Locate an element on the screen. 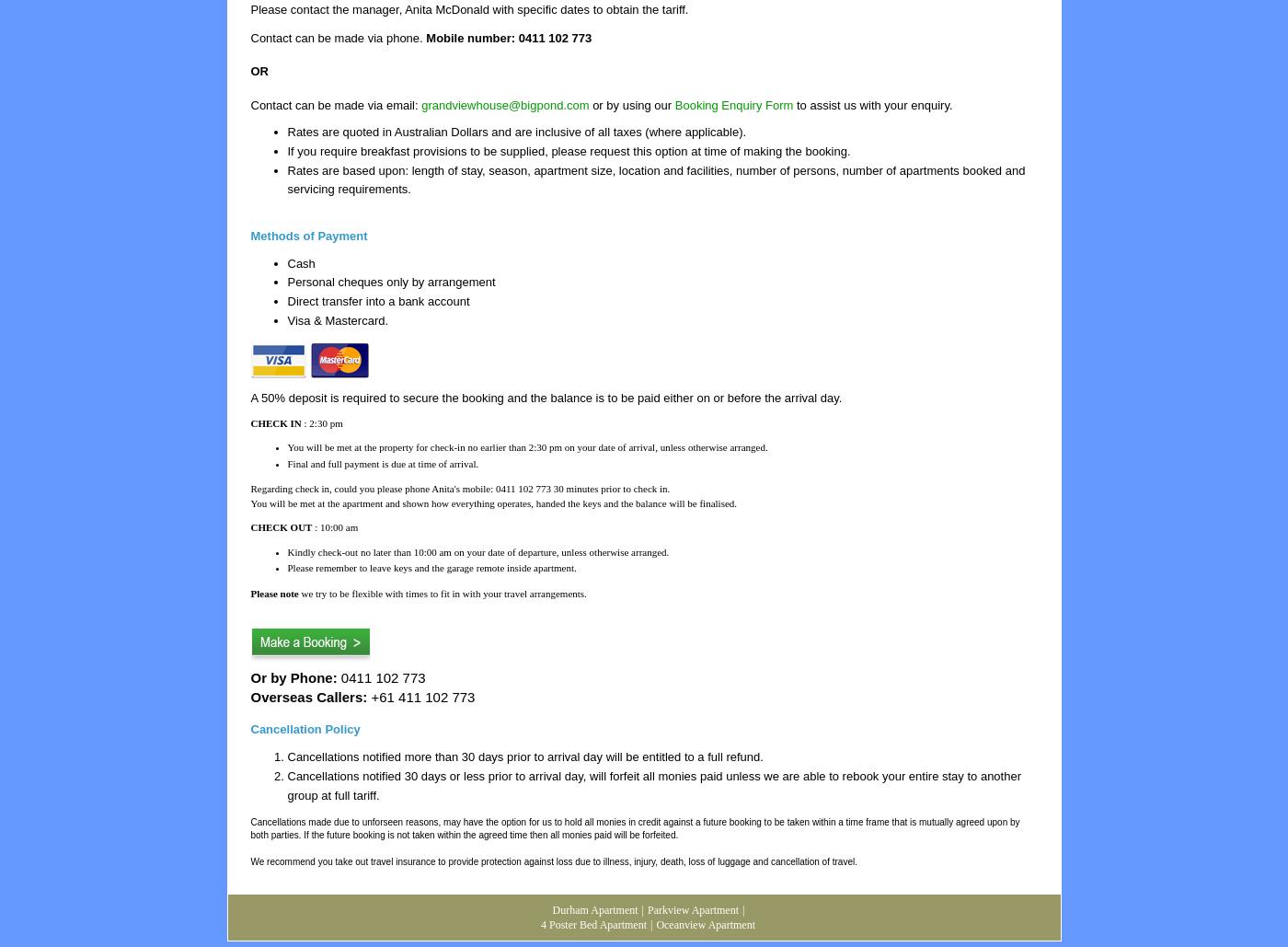 The image size is (1288, 947). 'Regarding check in, could you please phone Anita's mobile: 0411 102 773 30 minutes prior to check in.' is located at coordinates (459, 487).